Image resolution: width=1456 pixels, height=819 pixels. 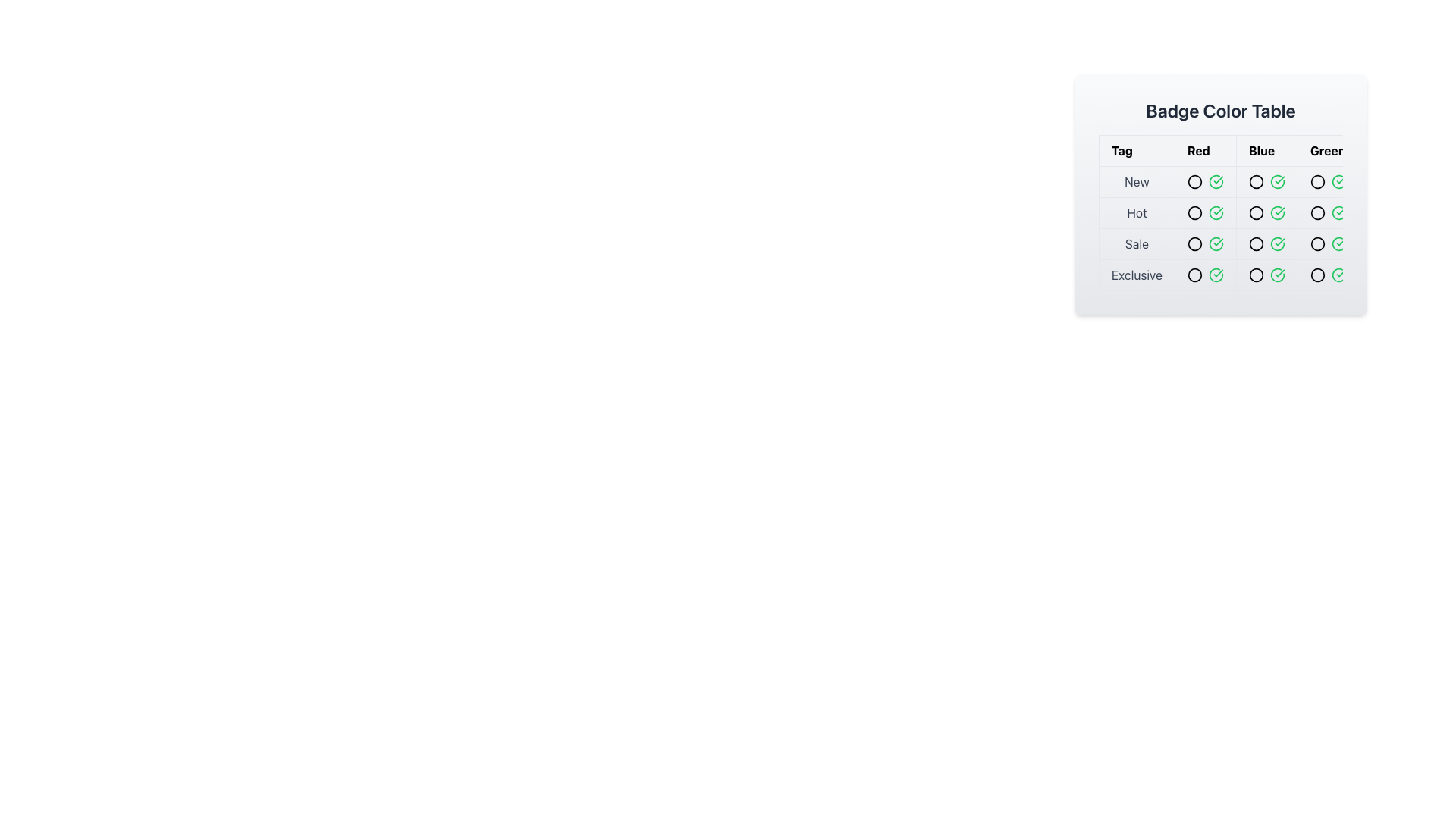 I want to click on the green-bordered circular graphical indicator located in the 'Badge Color Table' under the 'Green' column and 'Sale' row, so click(x=1316, y=243).